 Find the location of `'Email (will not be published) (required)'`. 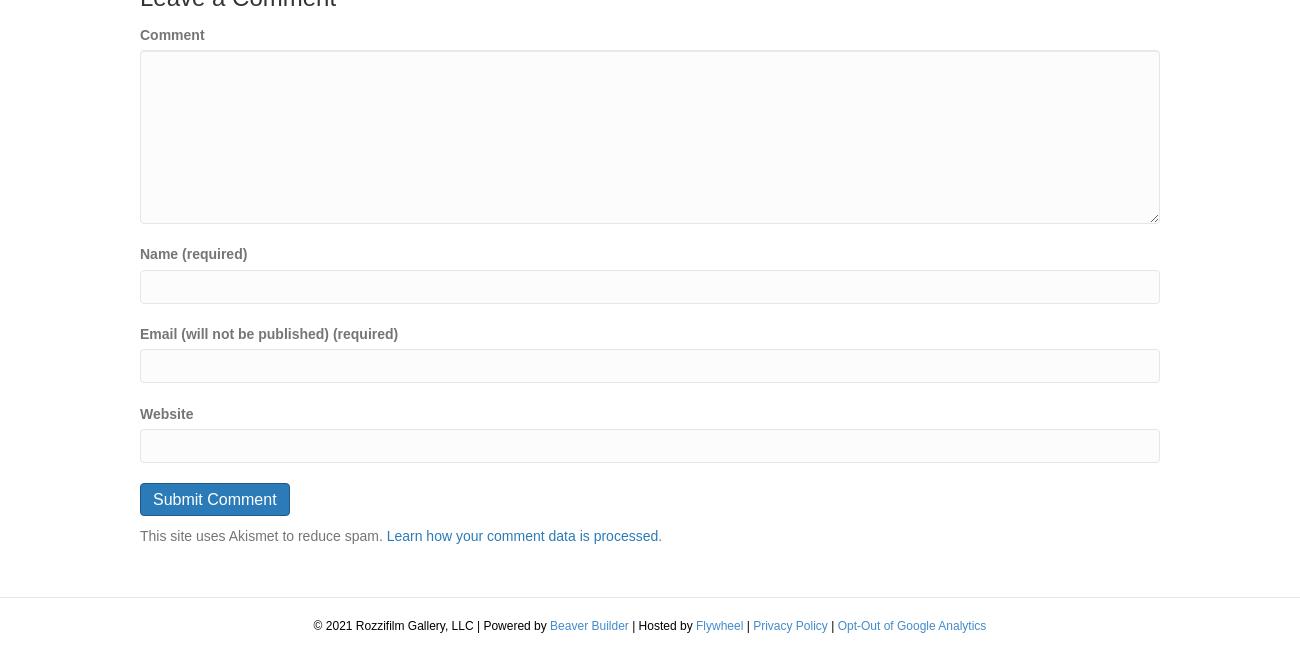

'Email (will not be published) (required)' is located at coordinates (267, 332).